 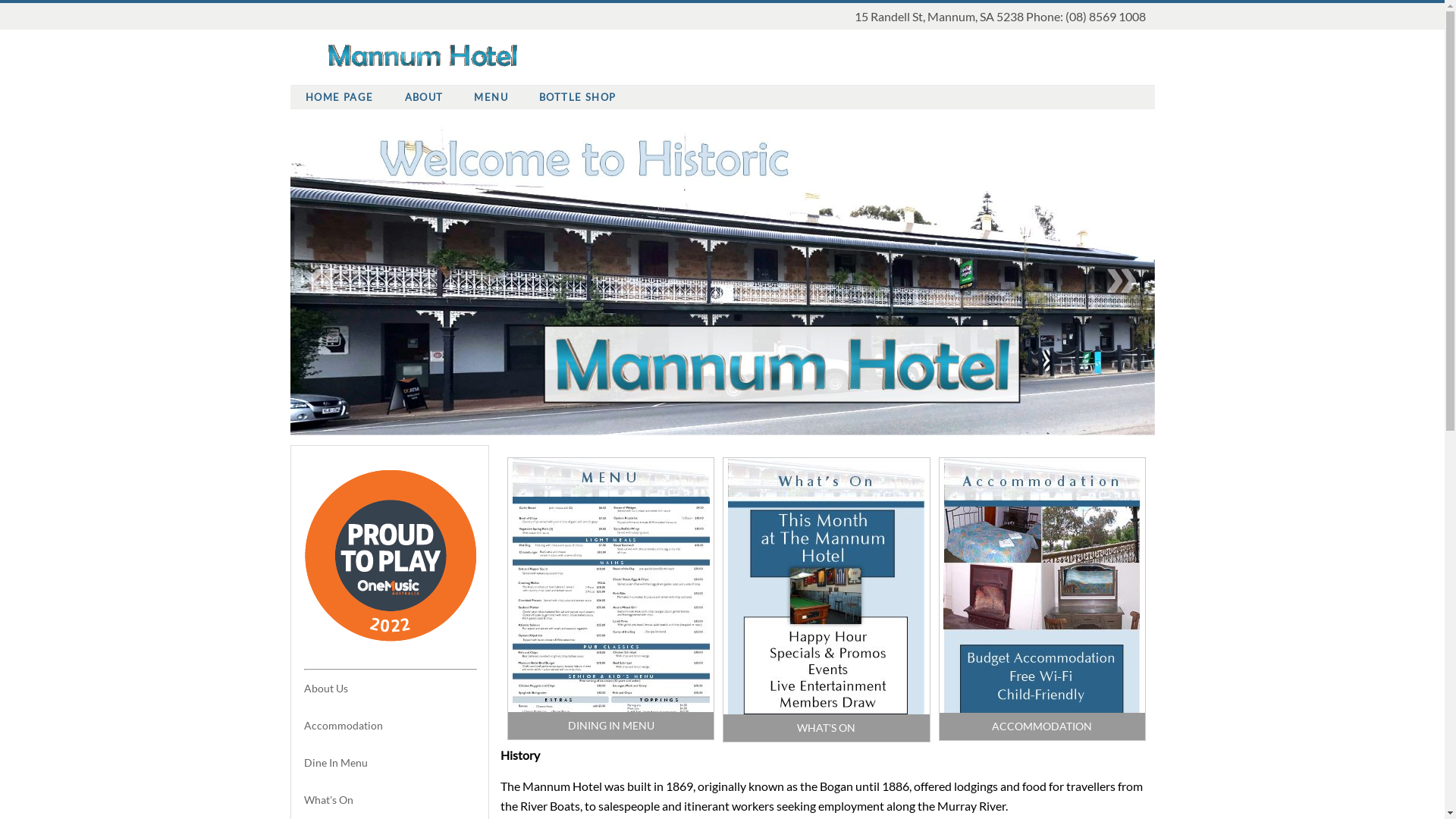 I want to click on 'BOTTLE SHOP', so click(x=577, y=96).